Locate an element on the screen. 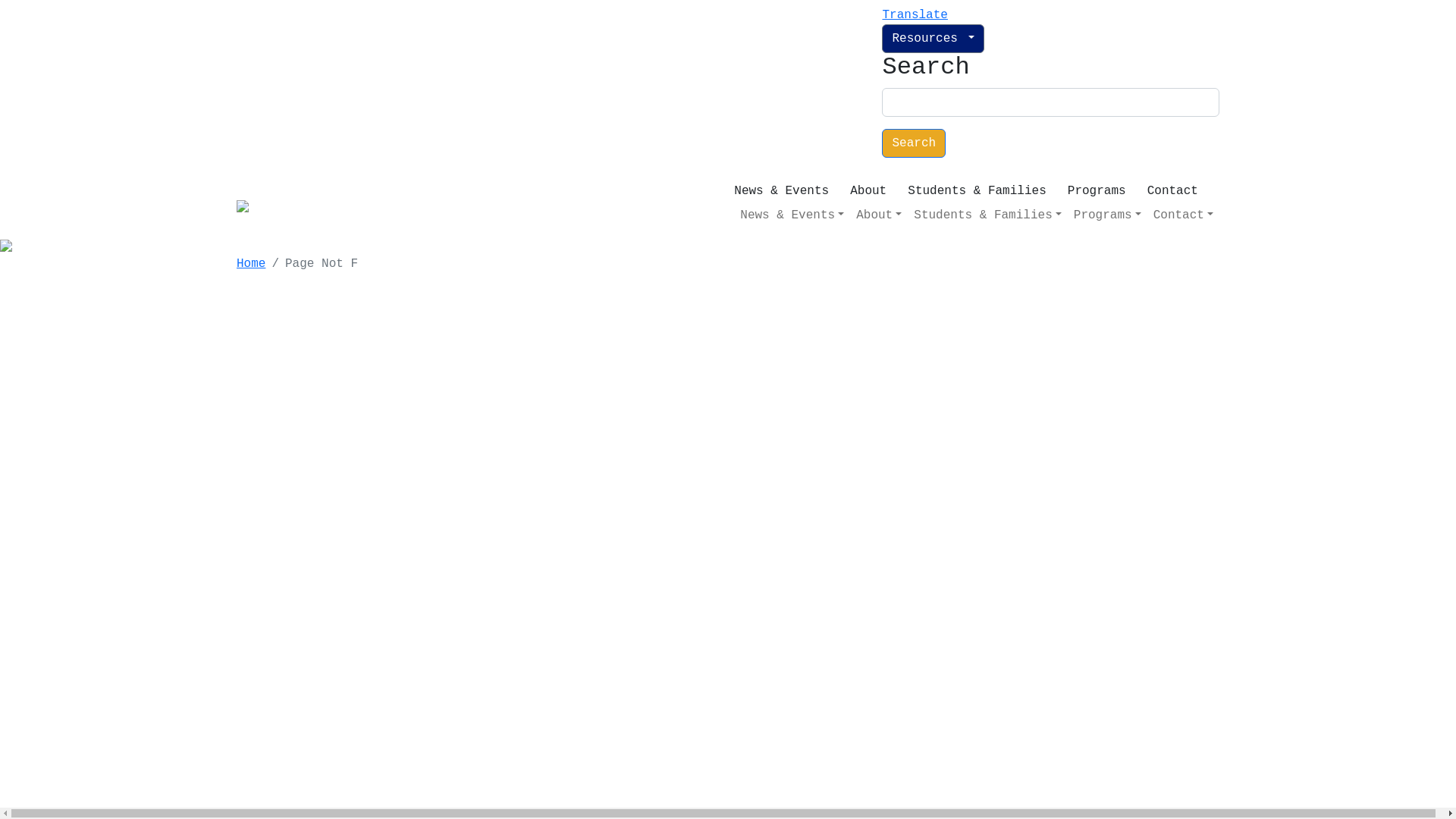 The image size is (1456, 819). 'Home' is located at coordinates (251, 262).